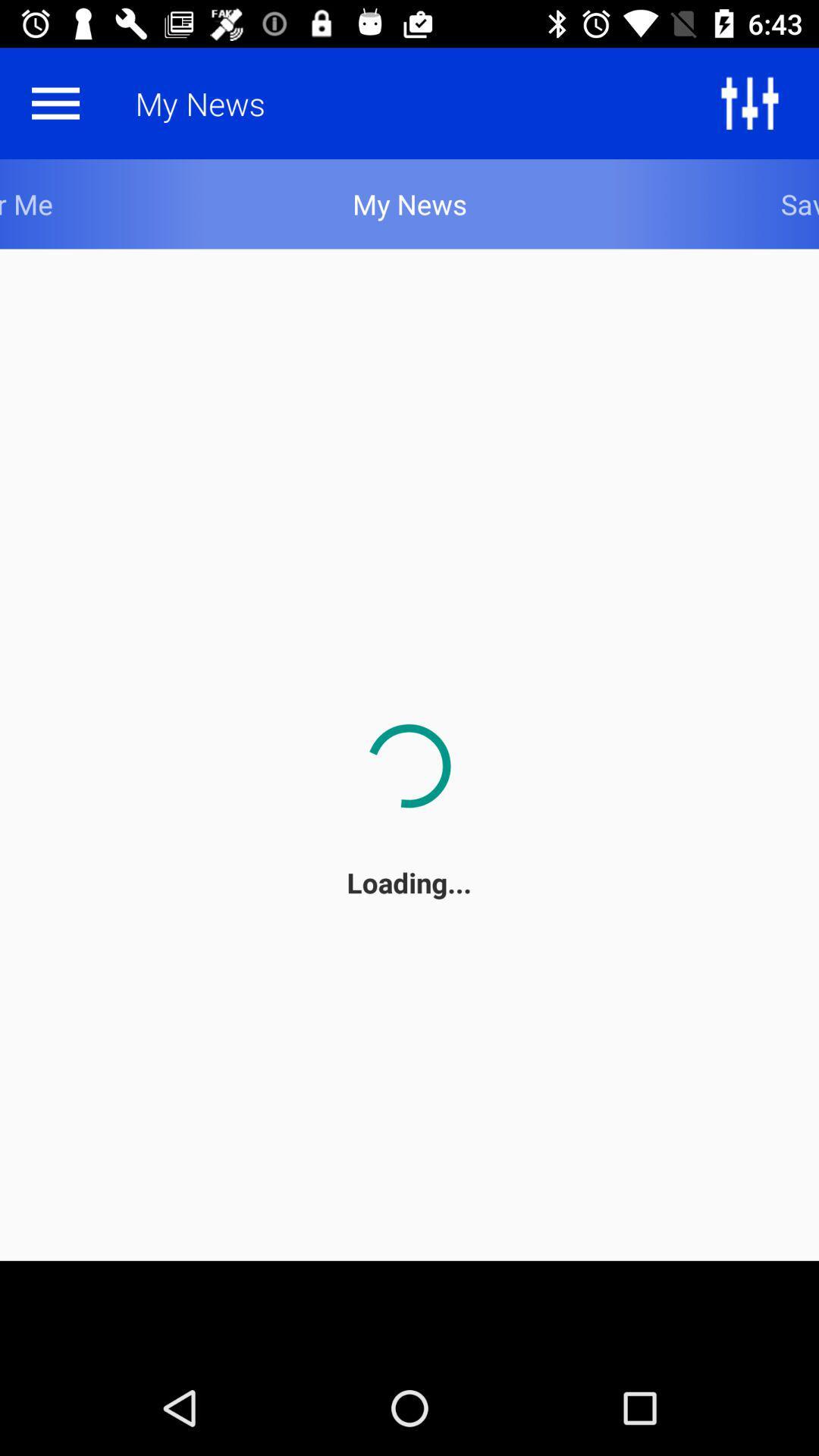 This screenshot has width=819, height=1456. I want to click on the menu icon, so click(55, 102).